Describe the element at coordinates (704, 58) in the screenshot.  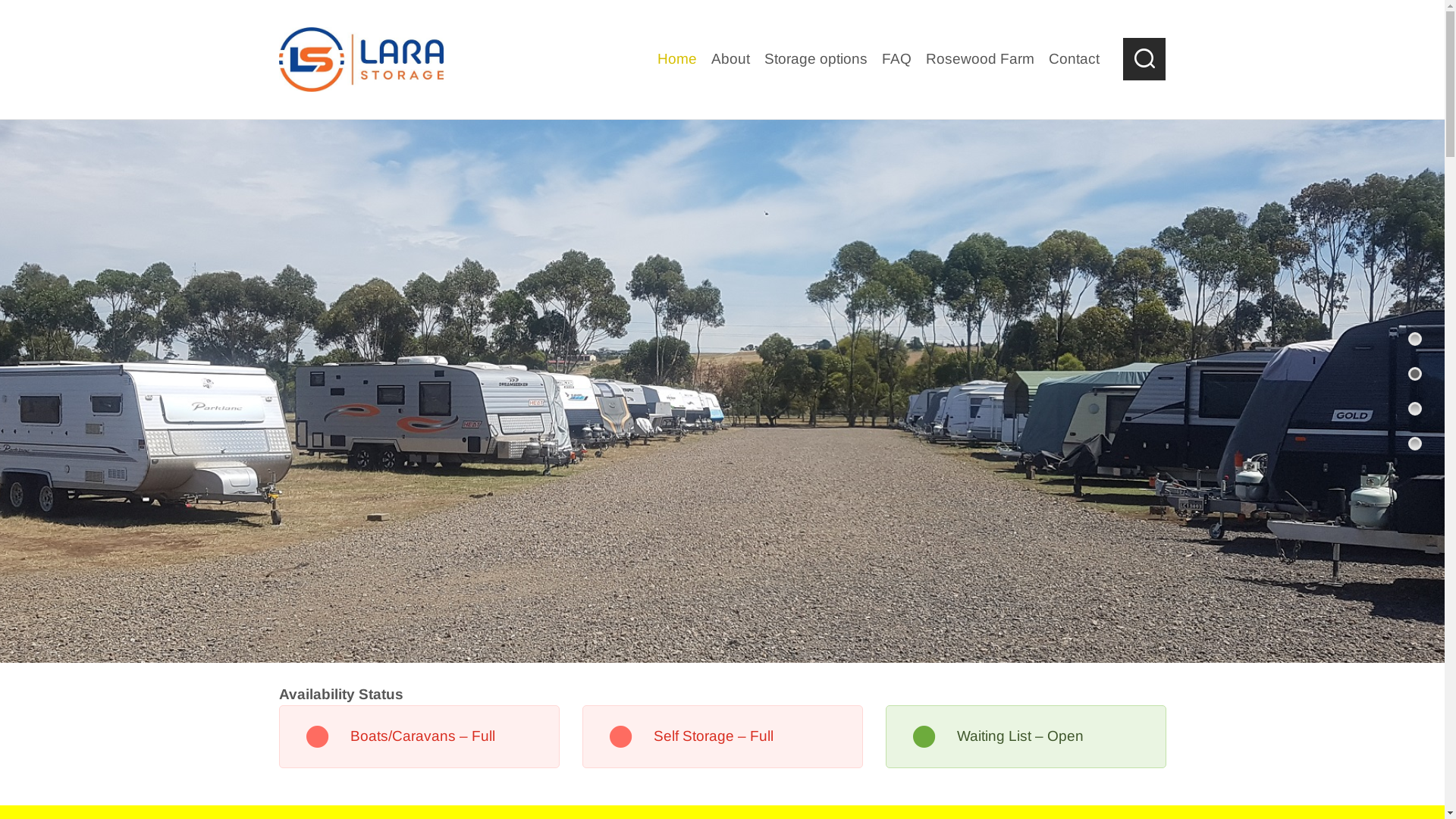
I see `'About'` at that location.